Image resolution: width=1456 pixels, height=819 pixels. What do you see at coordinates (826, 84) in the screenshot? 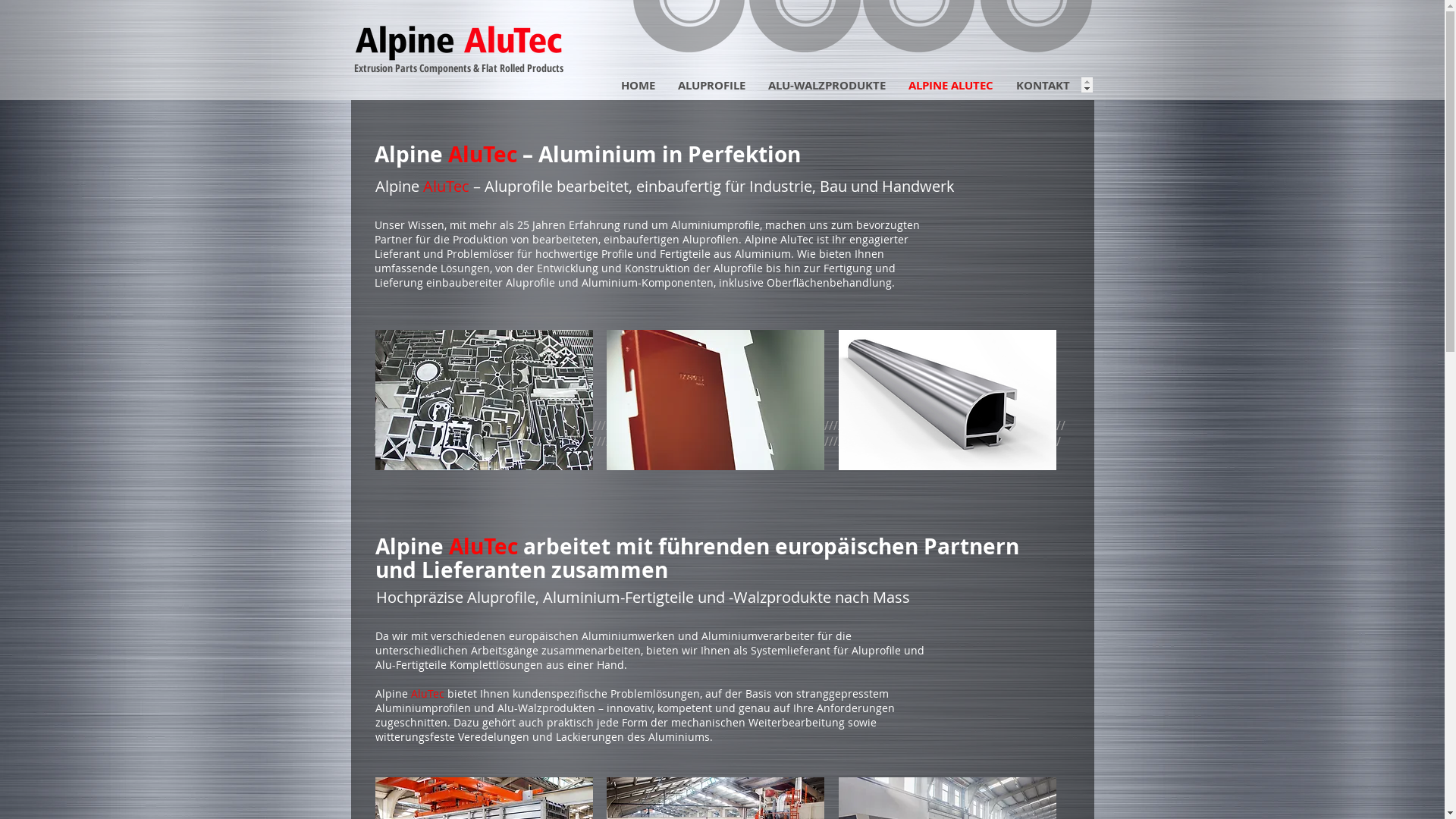
I see `'ALU-WALZPRODUKTE'` at bounding box center [826, 84].